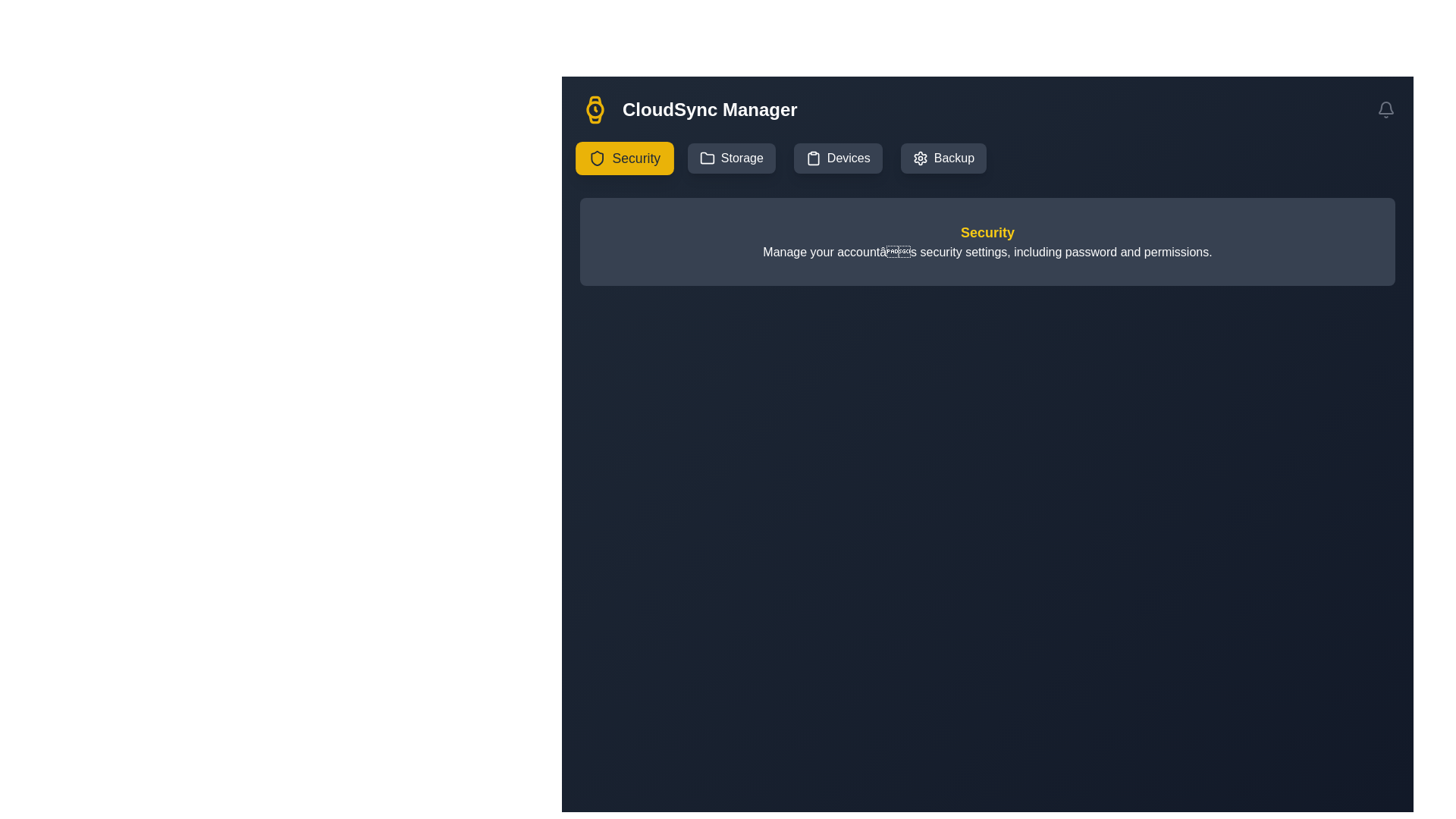 This screenshot has height=819, width=1456. I want to click on the decorative vector graphic element that is part of the watch icon located in the top-left region of the interface, so click(594, 101).